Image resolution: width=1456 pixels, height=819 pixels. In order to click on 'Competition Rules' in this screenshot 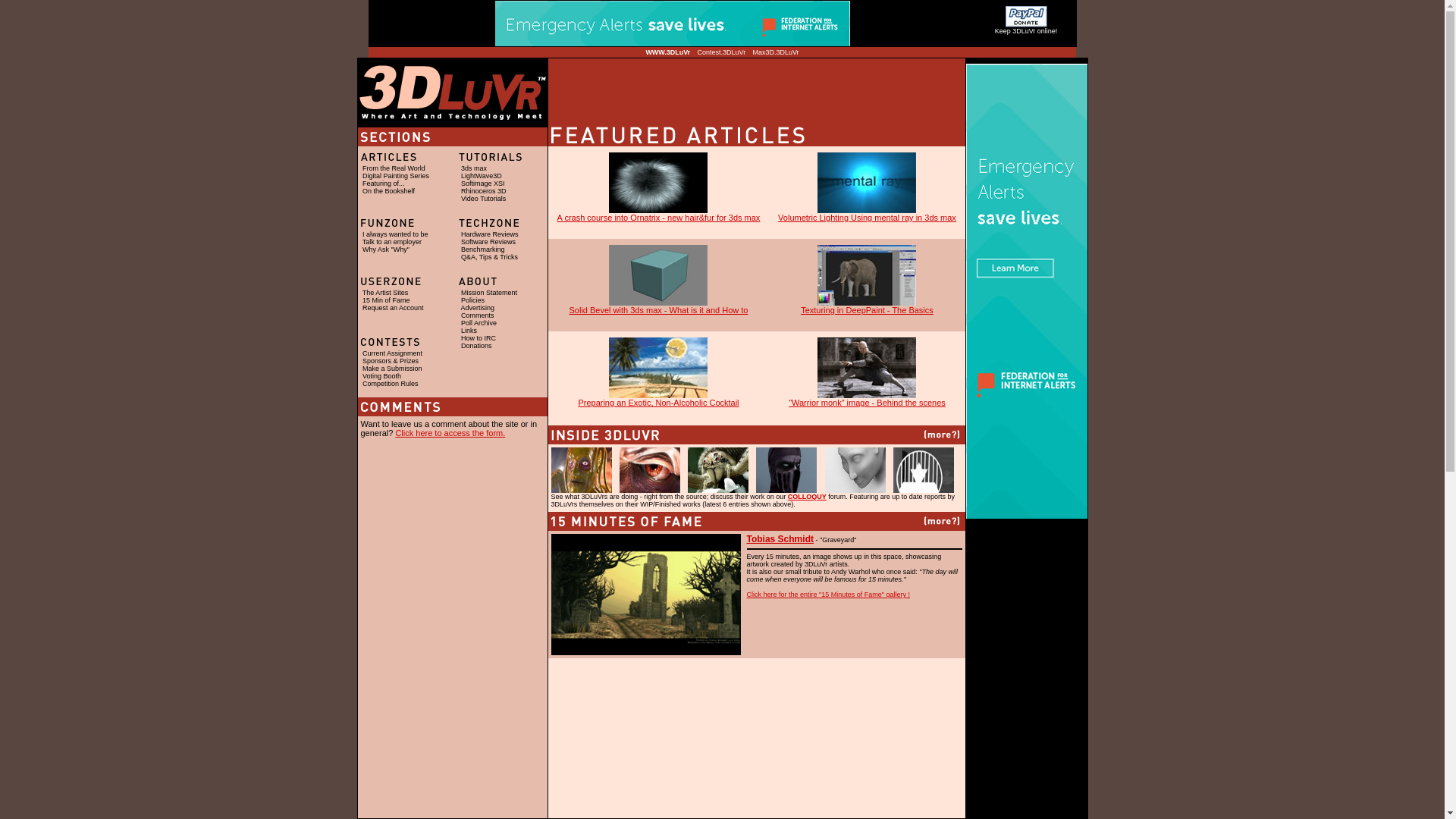, I will do `click(390, 382)`.